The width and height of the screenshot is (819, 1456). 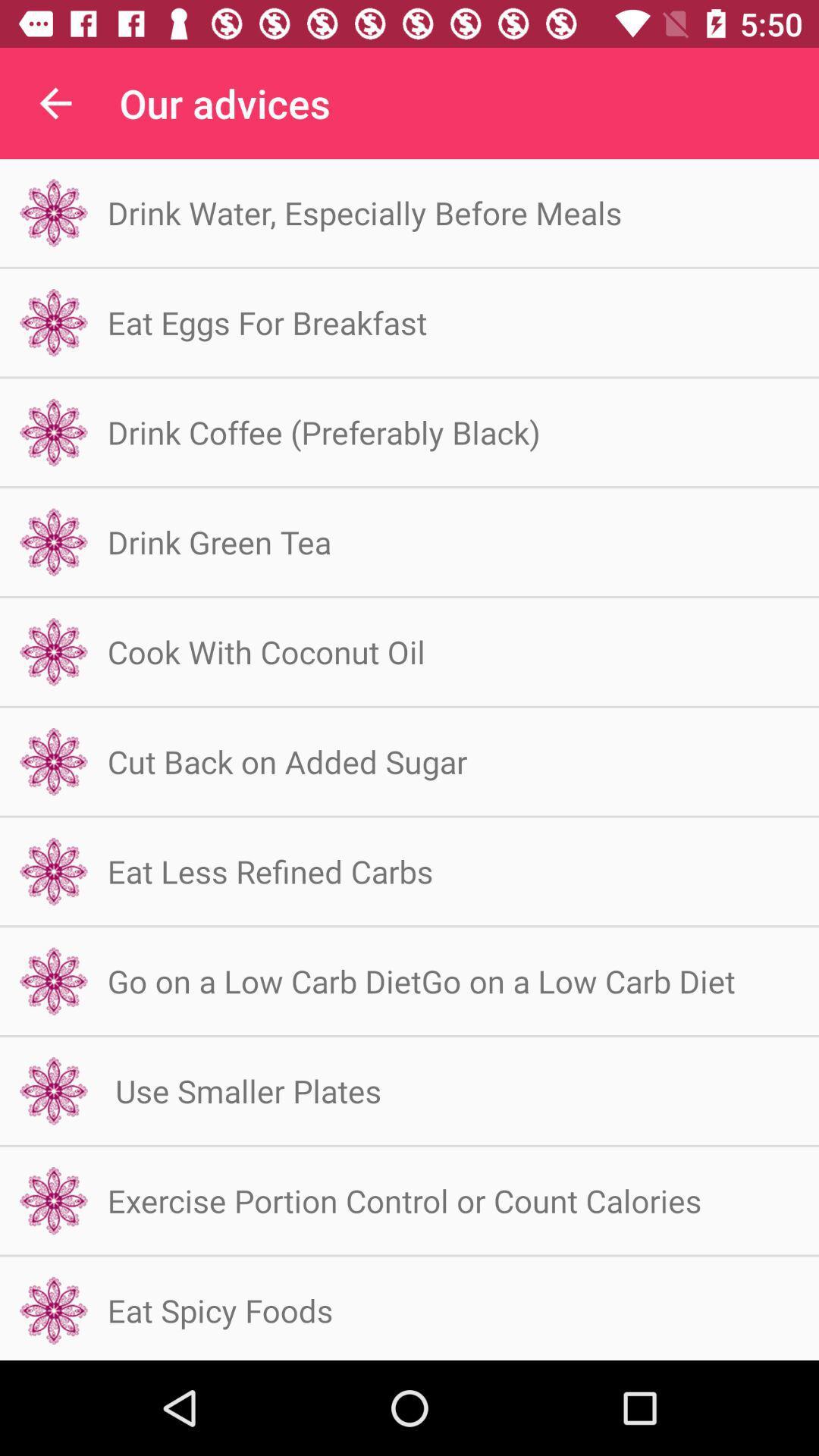 I want to click on icon below the exercise portion control item, so click(x=220, y=1310).